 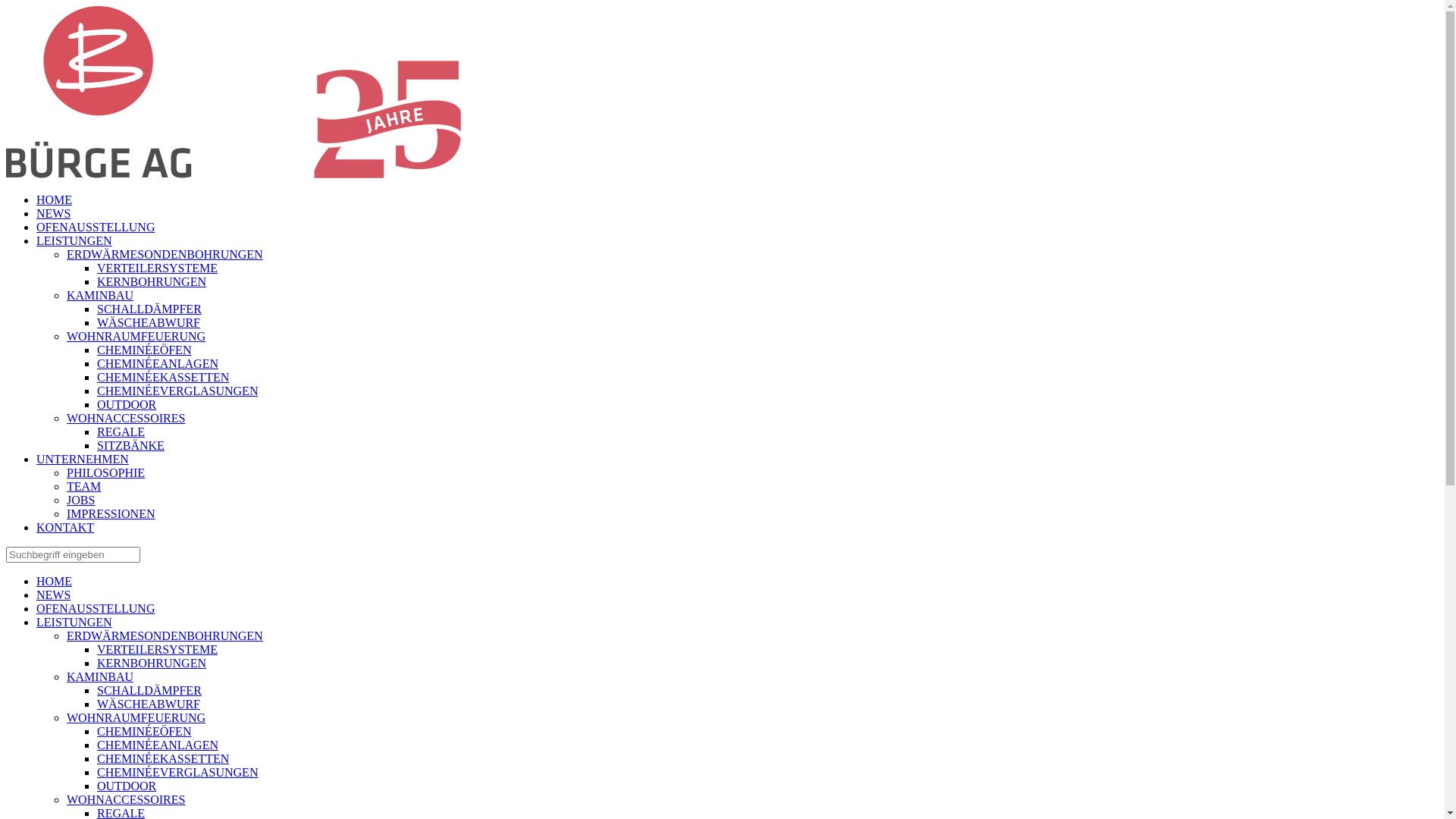 What do you see at coordinates (36, 199) in the screenshot?
I see `'HOME'` at bounding box center [36, 199].